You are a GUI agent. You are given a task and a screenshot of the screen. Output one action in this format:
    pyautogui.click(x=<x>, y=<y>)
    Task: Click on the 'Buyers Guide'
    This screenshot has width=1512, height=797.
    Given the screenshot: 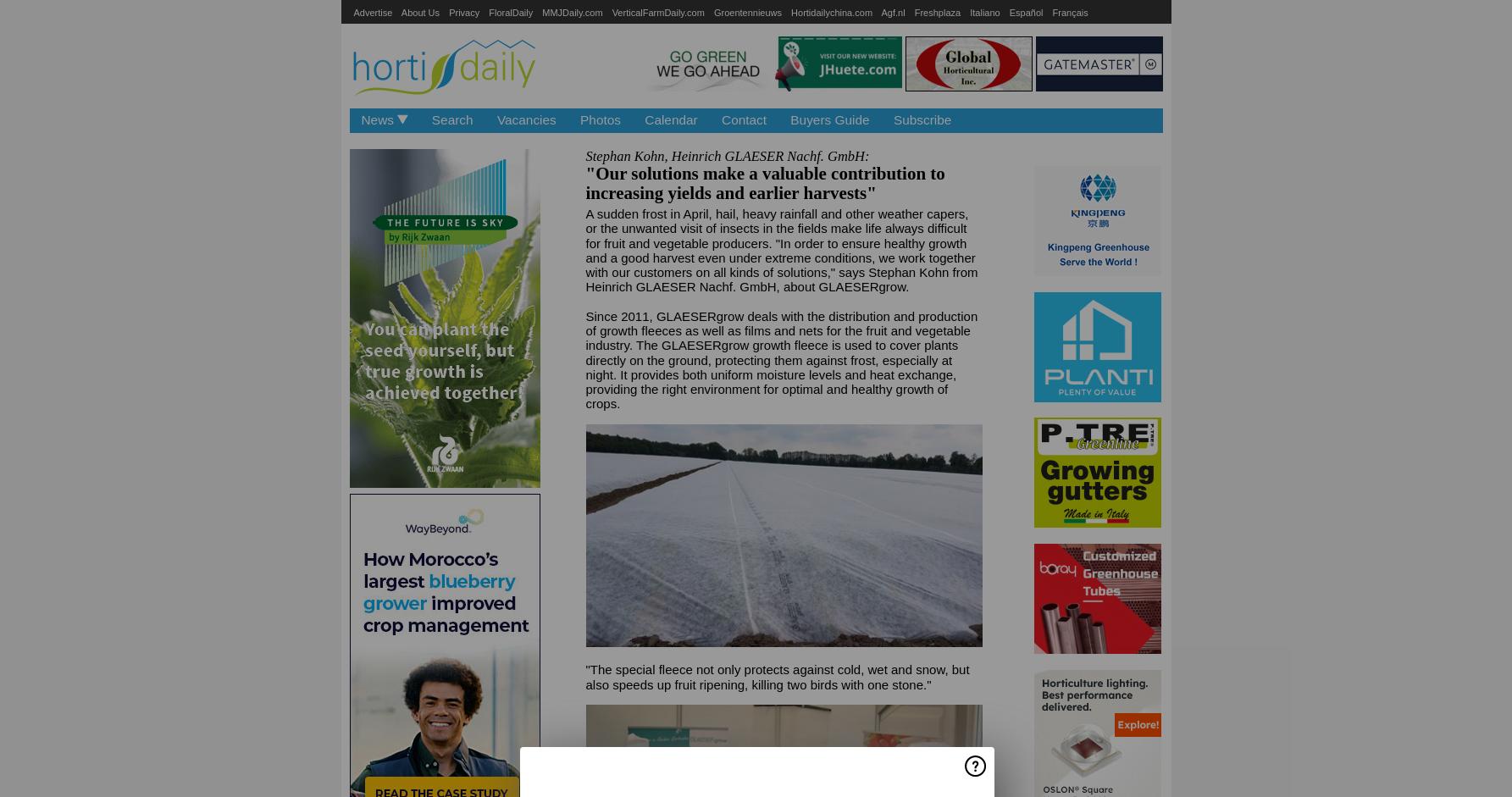 What is the action you would take?
    pyautogui.click(x=789, y=119)
    